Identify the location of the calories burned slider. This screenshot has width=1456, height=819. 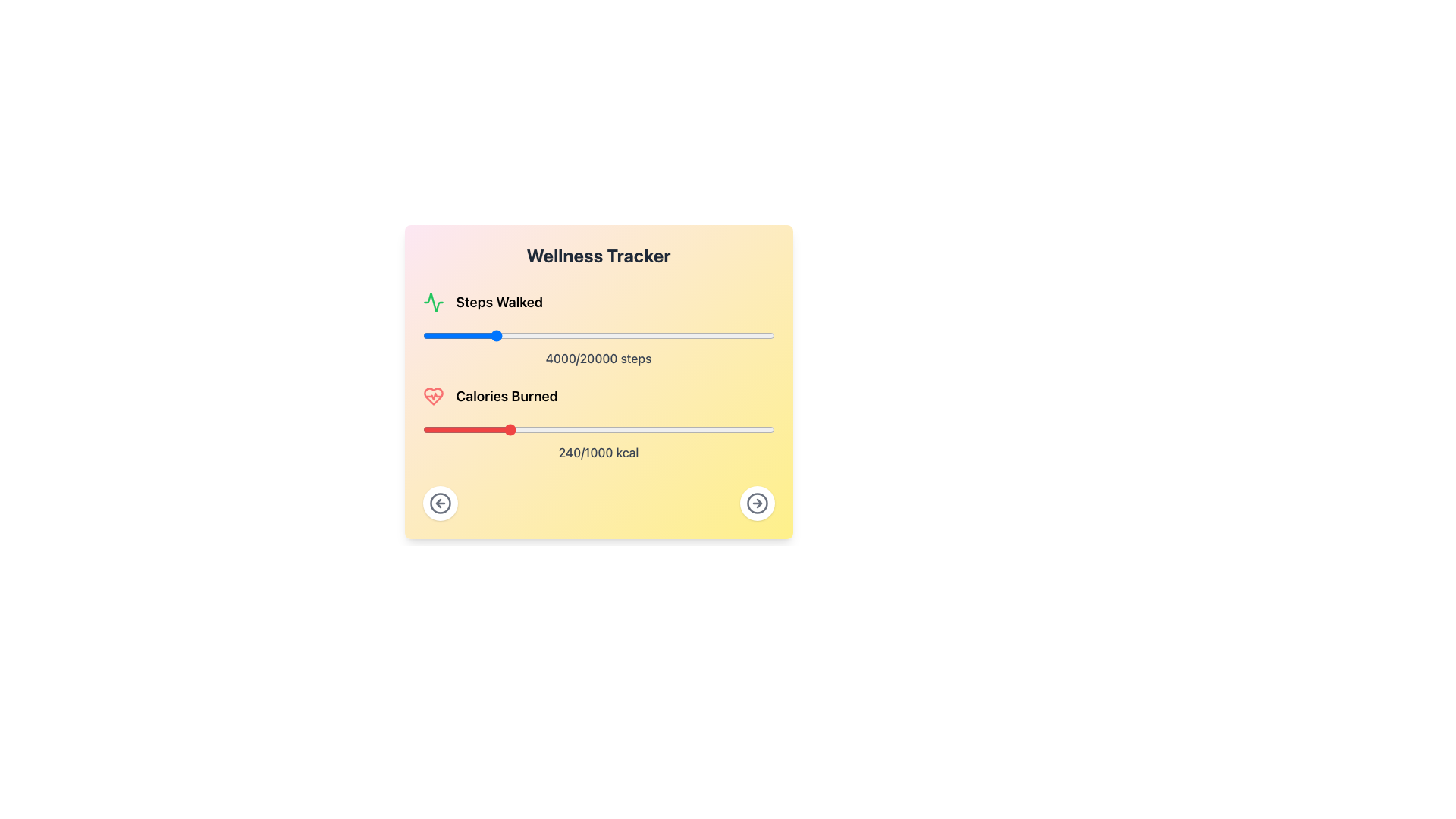
(548, 430).